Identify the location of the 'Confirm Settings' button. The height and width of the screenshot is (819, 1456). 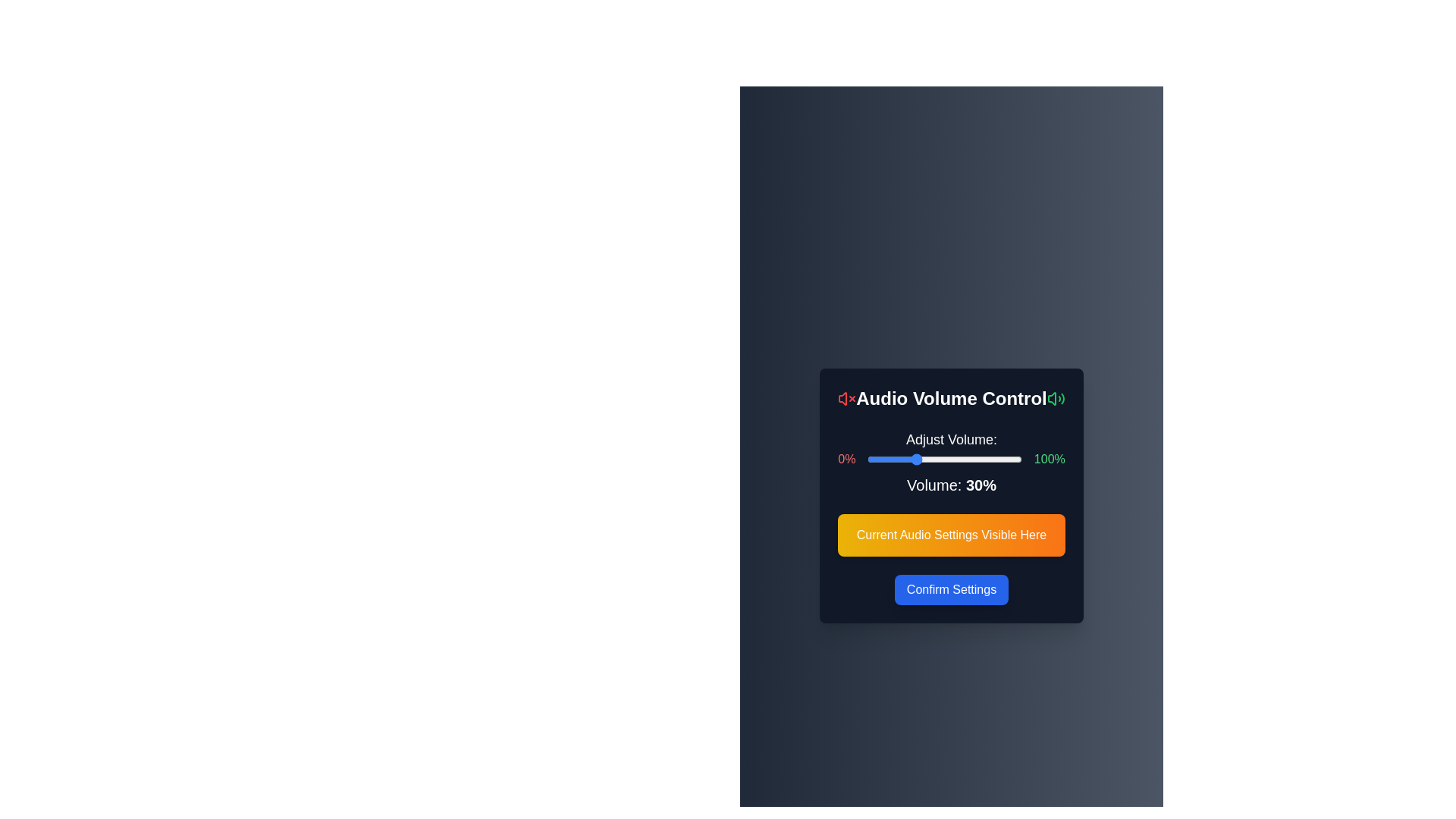
(950, 589).